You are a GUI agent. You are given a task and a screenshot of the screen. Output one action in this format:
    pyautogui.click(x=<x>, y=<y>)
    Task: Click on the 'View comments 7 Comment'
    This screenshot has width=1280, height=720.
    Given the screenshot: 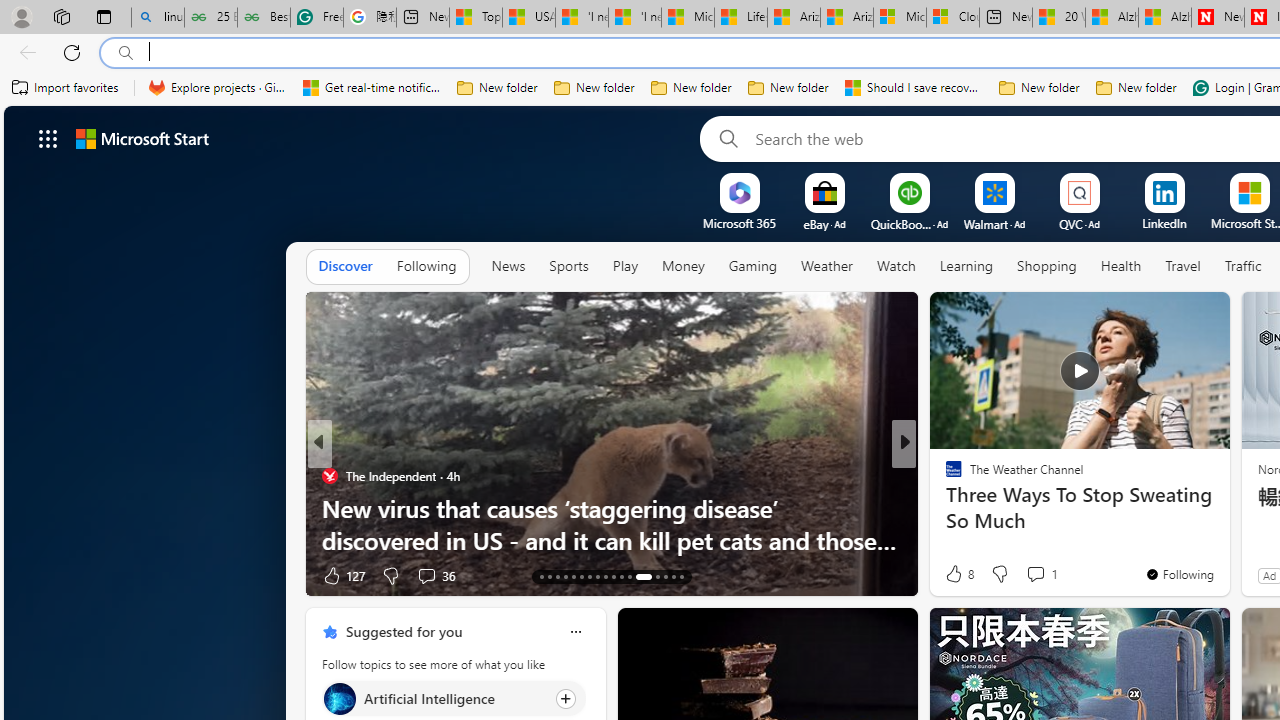 What is the action you would take?
    pyautogui.click(x=1040, y=575)
    